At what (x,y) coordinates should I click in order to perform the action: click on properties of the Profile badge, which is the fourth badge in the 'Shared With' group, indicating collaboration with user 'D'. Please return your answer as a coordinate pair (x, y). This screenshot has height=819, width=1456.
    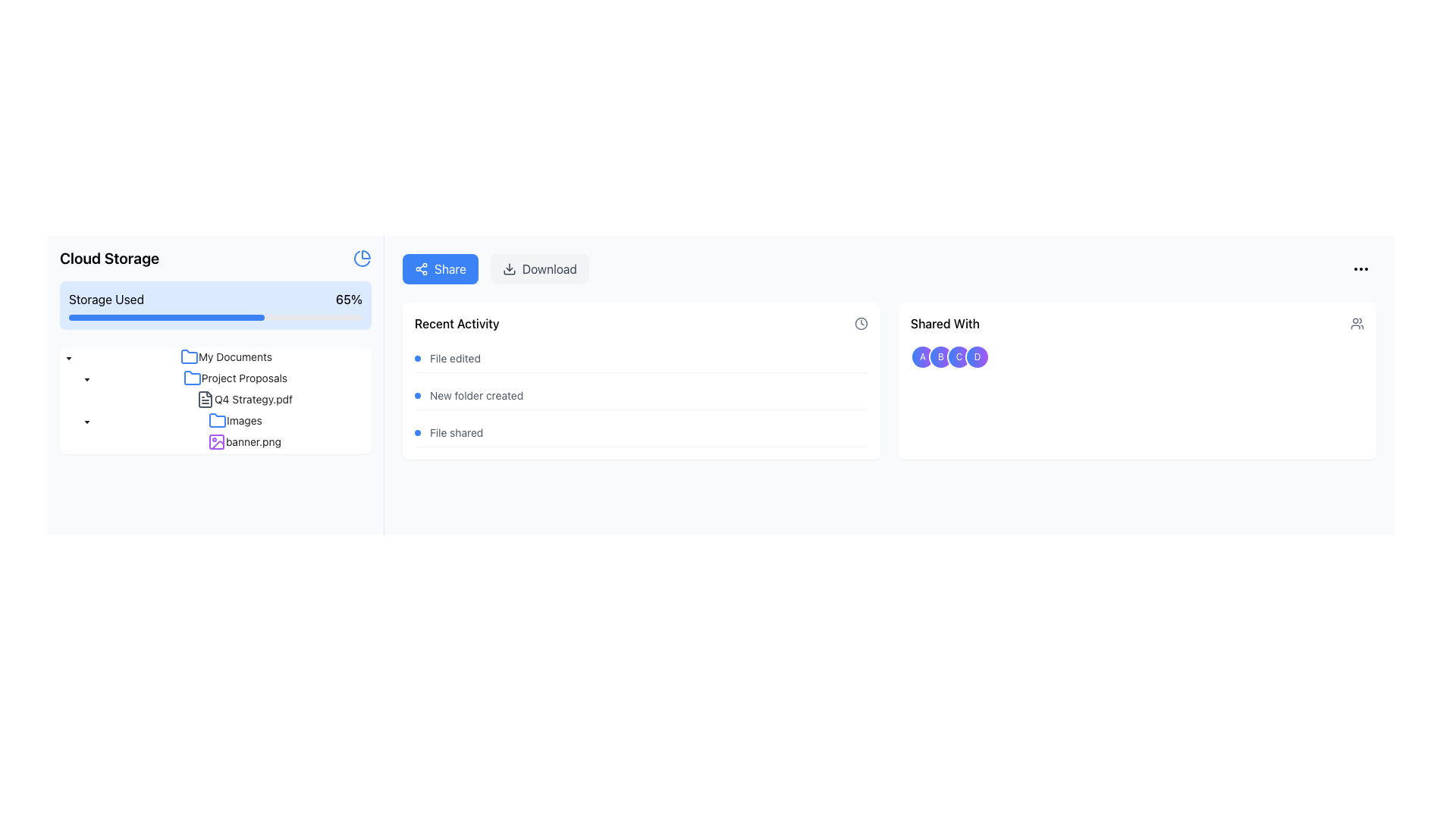
    Looking at the image, I should click on (977, 356).